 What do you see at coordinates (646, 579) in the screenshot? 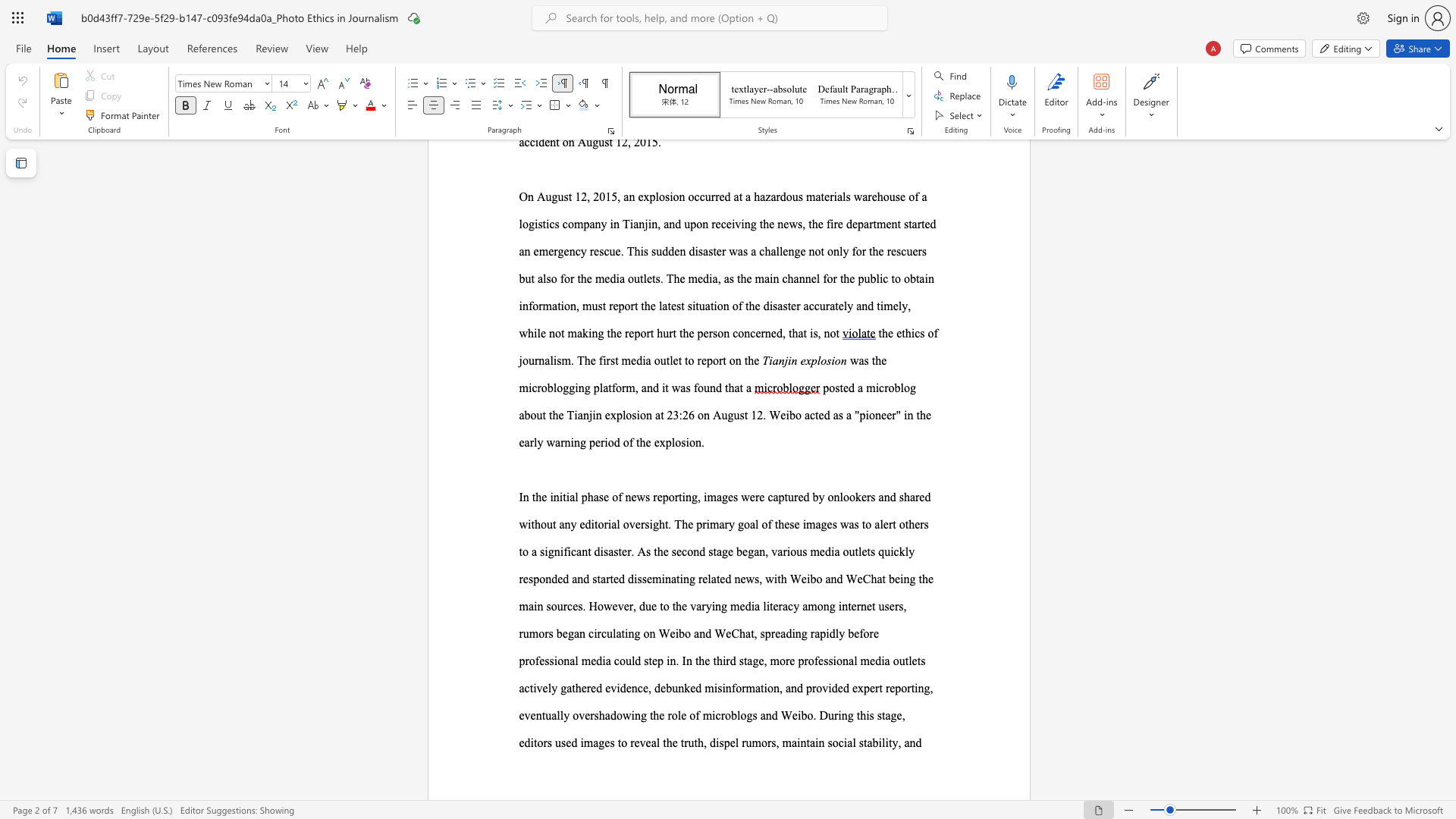
I see `the subset text "eminat" within the text "disseminating"` at bounding box center [646, 579].